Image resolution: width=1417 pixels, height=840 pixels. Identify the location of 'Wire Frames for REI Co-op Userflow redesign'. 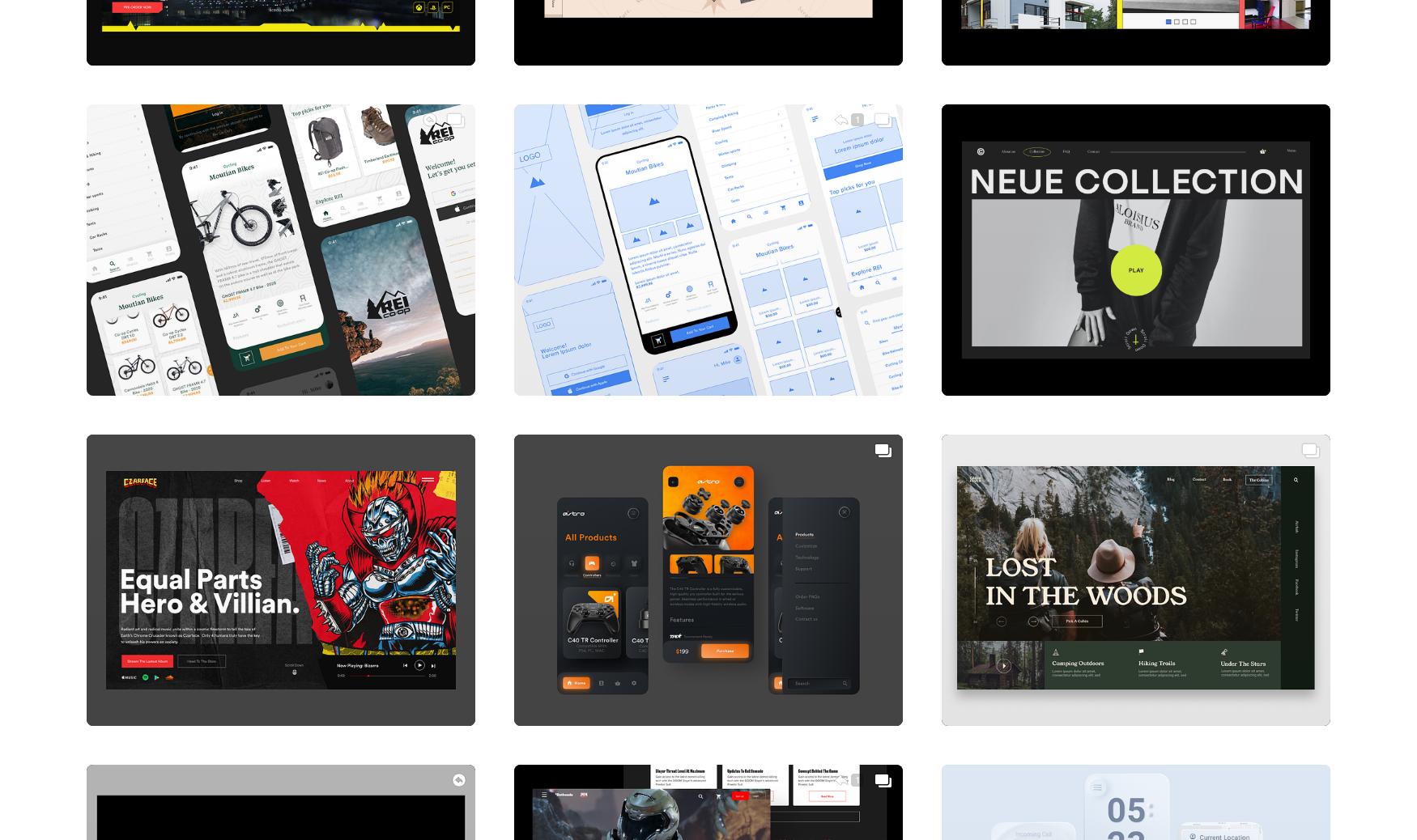
(667, 362).